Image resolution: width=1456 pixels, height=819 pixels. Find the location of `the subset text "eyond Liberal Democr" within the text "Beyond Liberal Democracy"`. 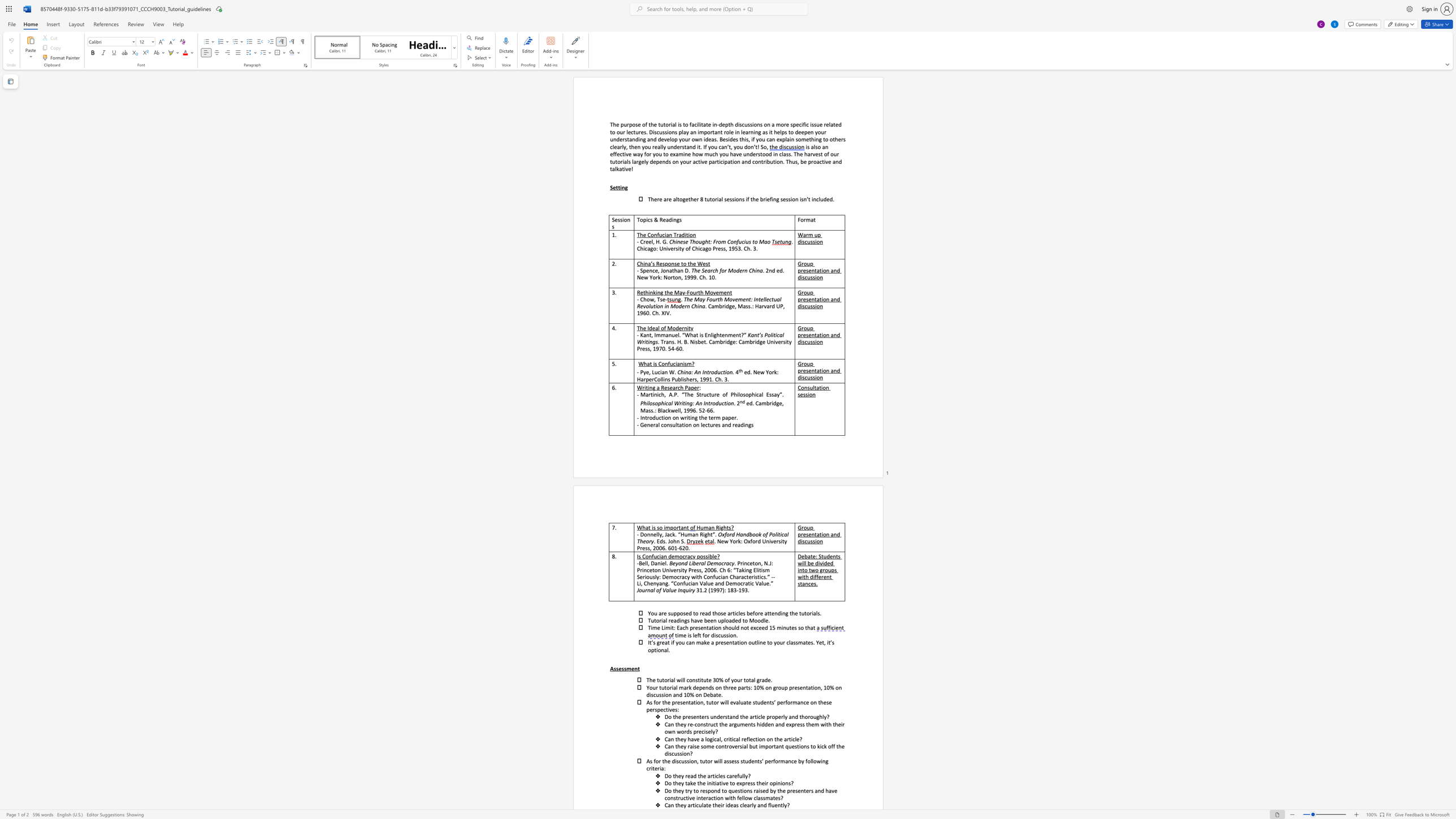

the subset text "eyond Liberal Democr" within the text "Beyond Liberal Democracy" is located at coordinates (672, 563).